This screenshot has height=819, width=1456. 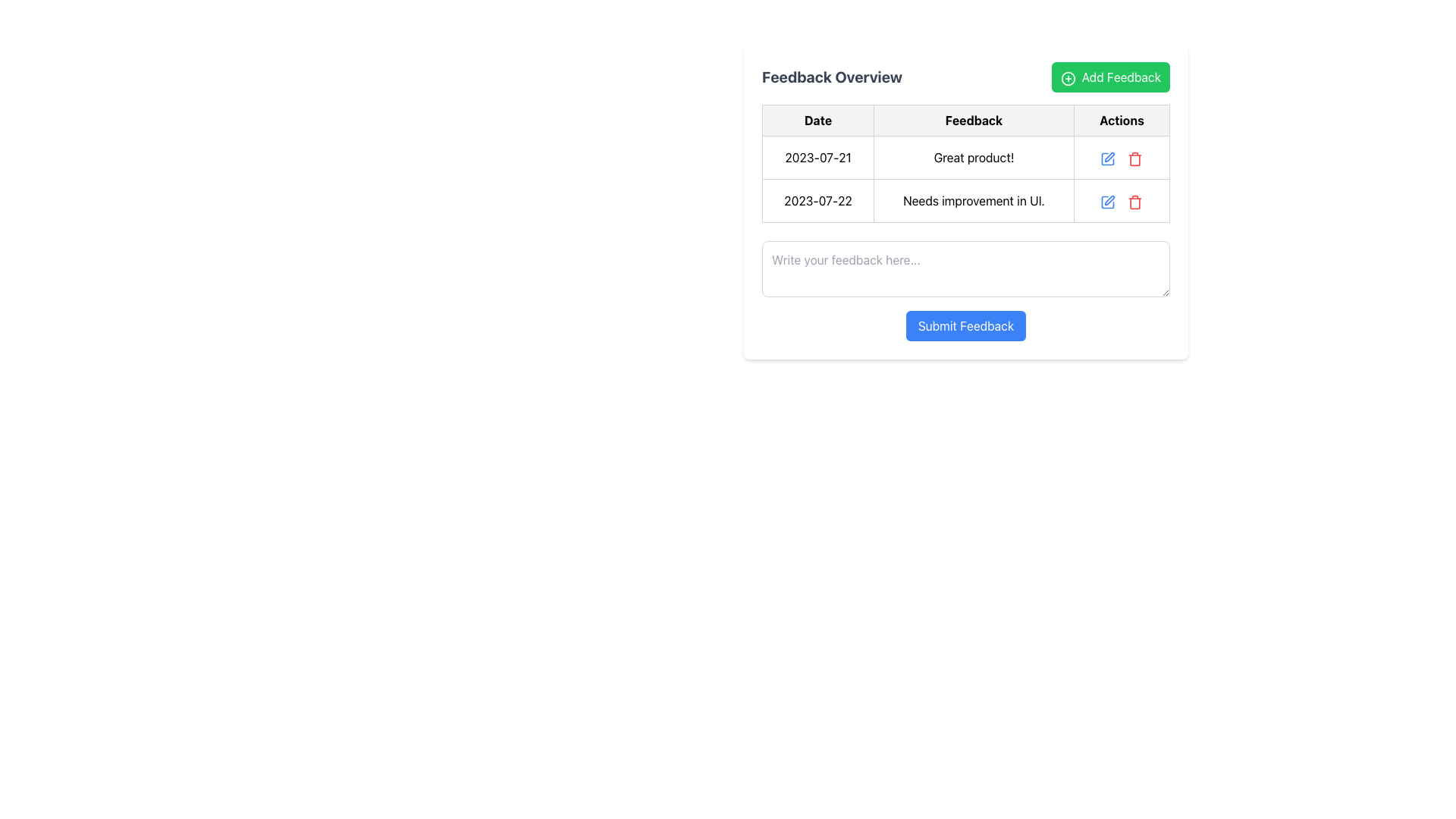 I want to click on the 'Edit' button located in the 'Actions' column of the feedback table, so click(x=1108, y=158).